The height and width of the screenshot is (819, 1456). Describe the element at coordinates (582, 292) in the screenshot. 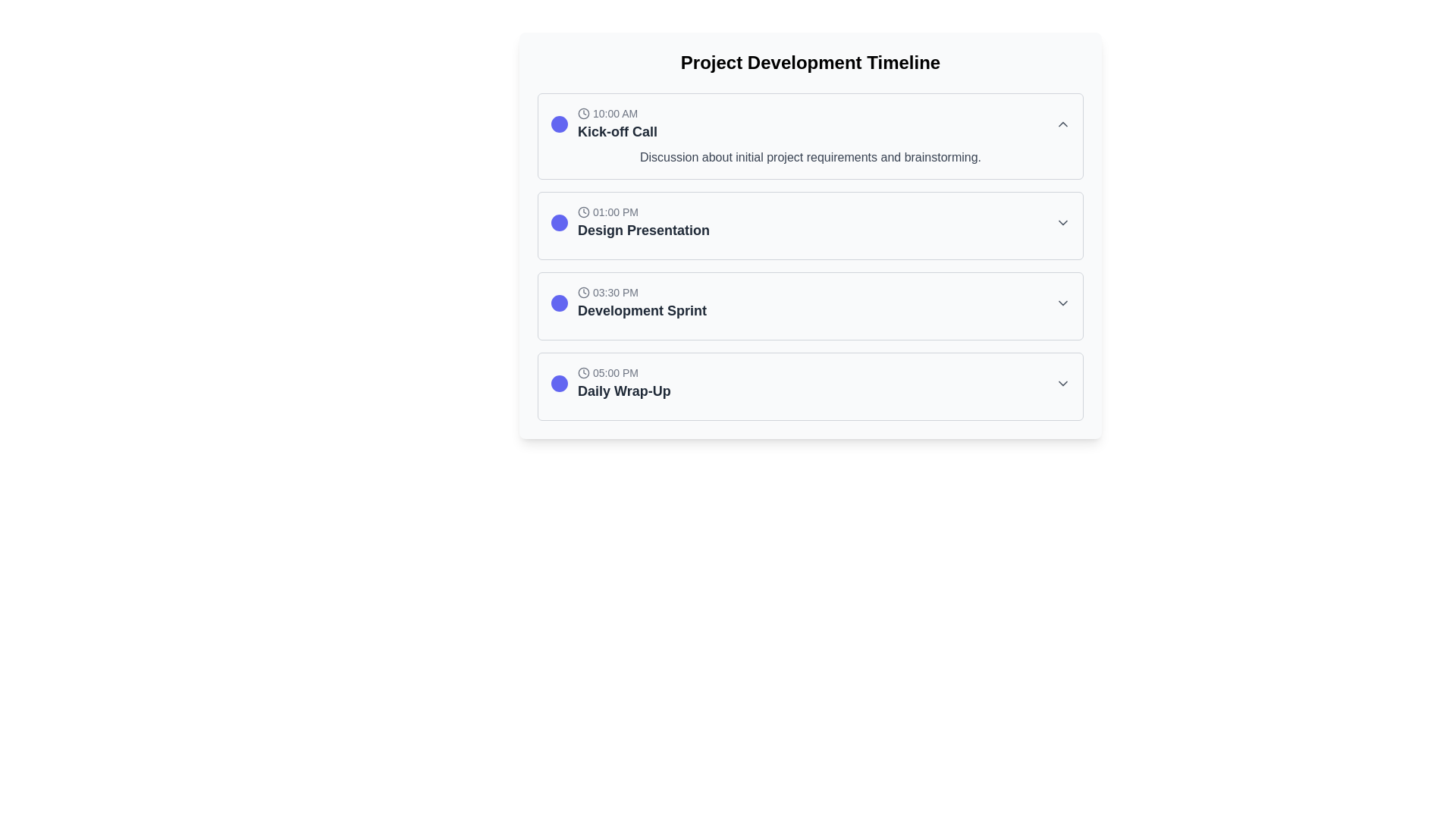

I see `the time icon representing '03:30 PM' in the 'Development Sprint' event entry, which is styled with a gray theme and located to the left of the time text` at that location.